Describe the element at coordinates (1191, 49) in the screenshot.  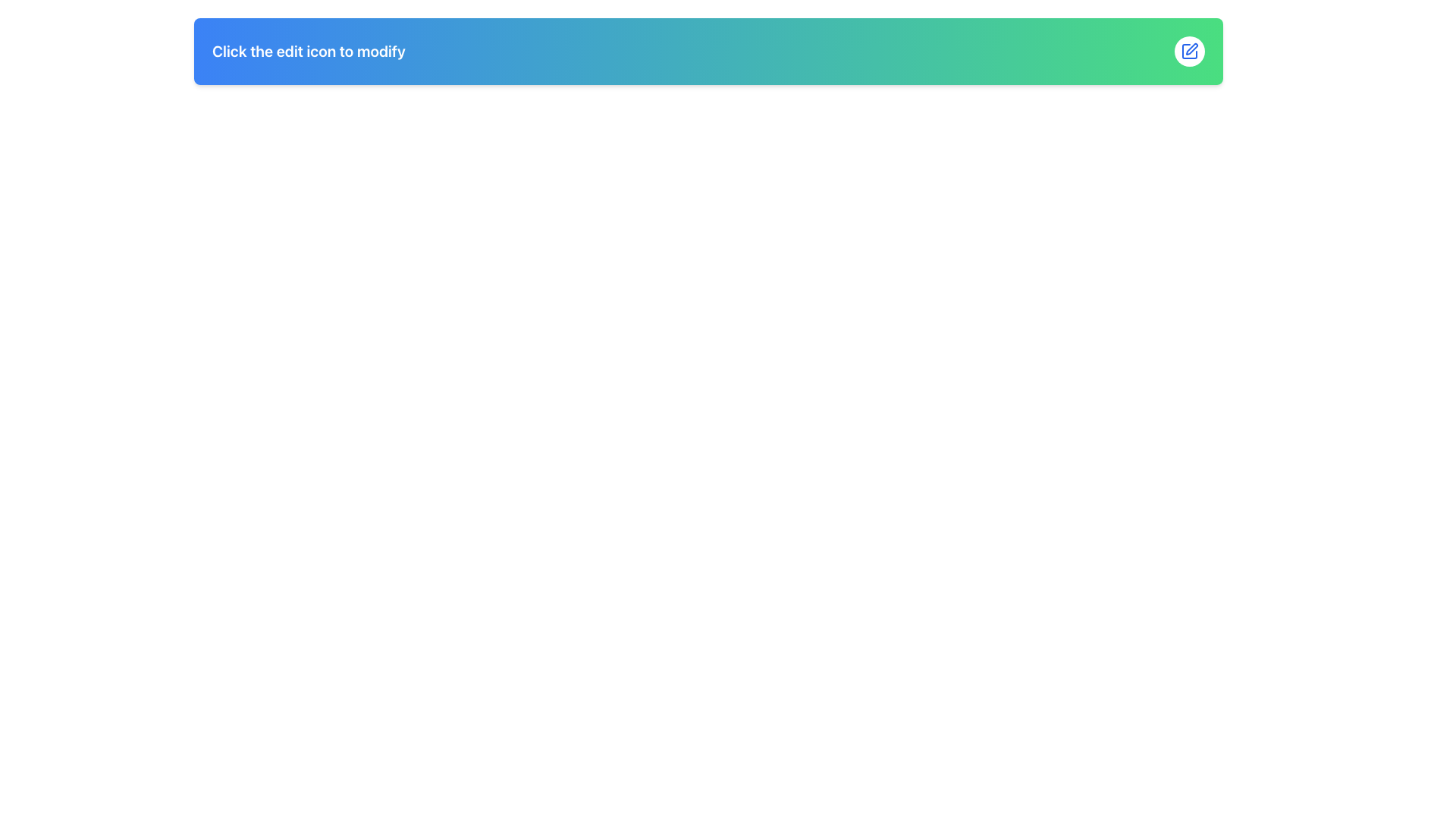
I see `the editing or drawing icon located in the top-right corner of the interface, styled with blue tones and resembling a pen or tool` at that location.